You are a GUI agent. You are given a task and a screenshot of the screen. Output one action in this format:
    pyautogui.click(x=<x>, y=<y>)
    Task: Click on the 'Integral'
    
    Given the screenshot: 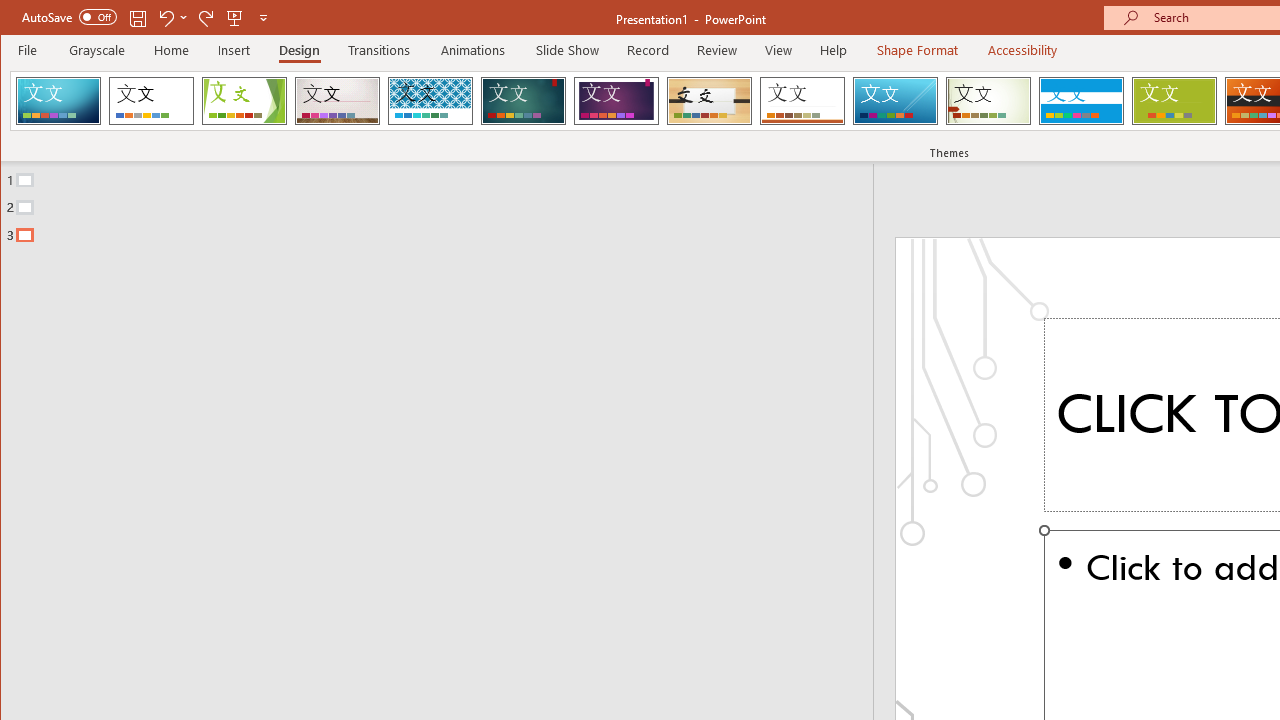 What is the action you would take?
    pyautogui.click(x=429, y=100)
    